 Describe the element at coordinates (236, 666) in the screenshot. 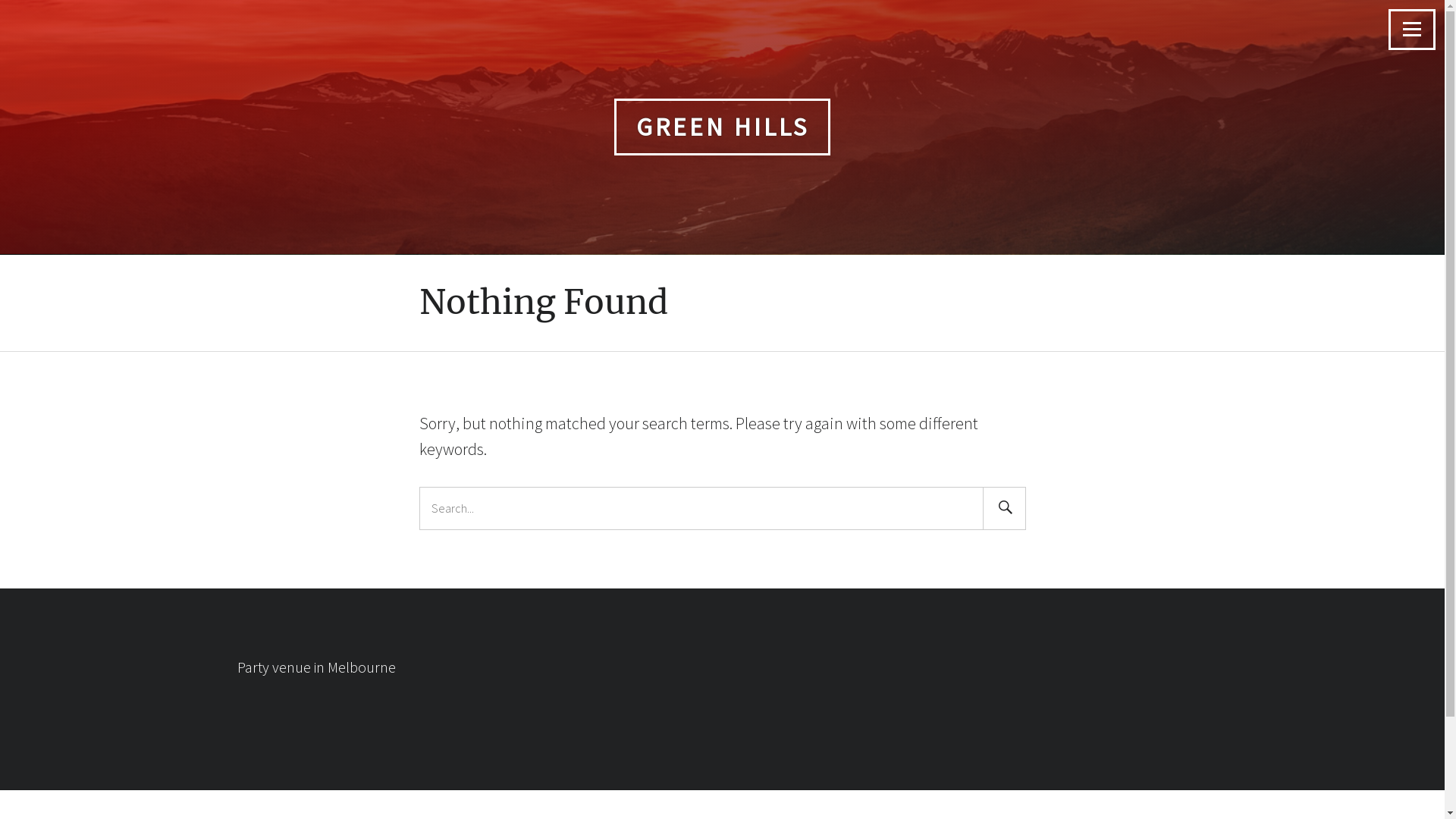

I see `'Party venue in Melbourne'` at that location.